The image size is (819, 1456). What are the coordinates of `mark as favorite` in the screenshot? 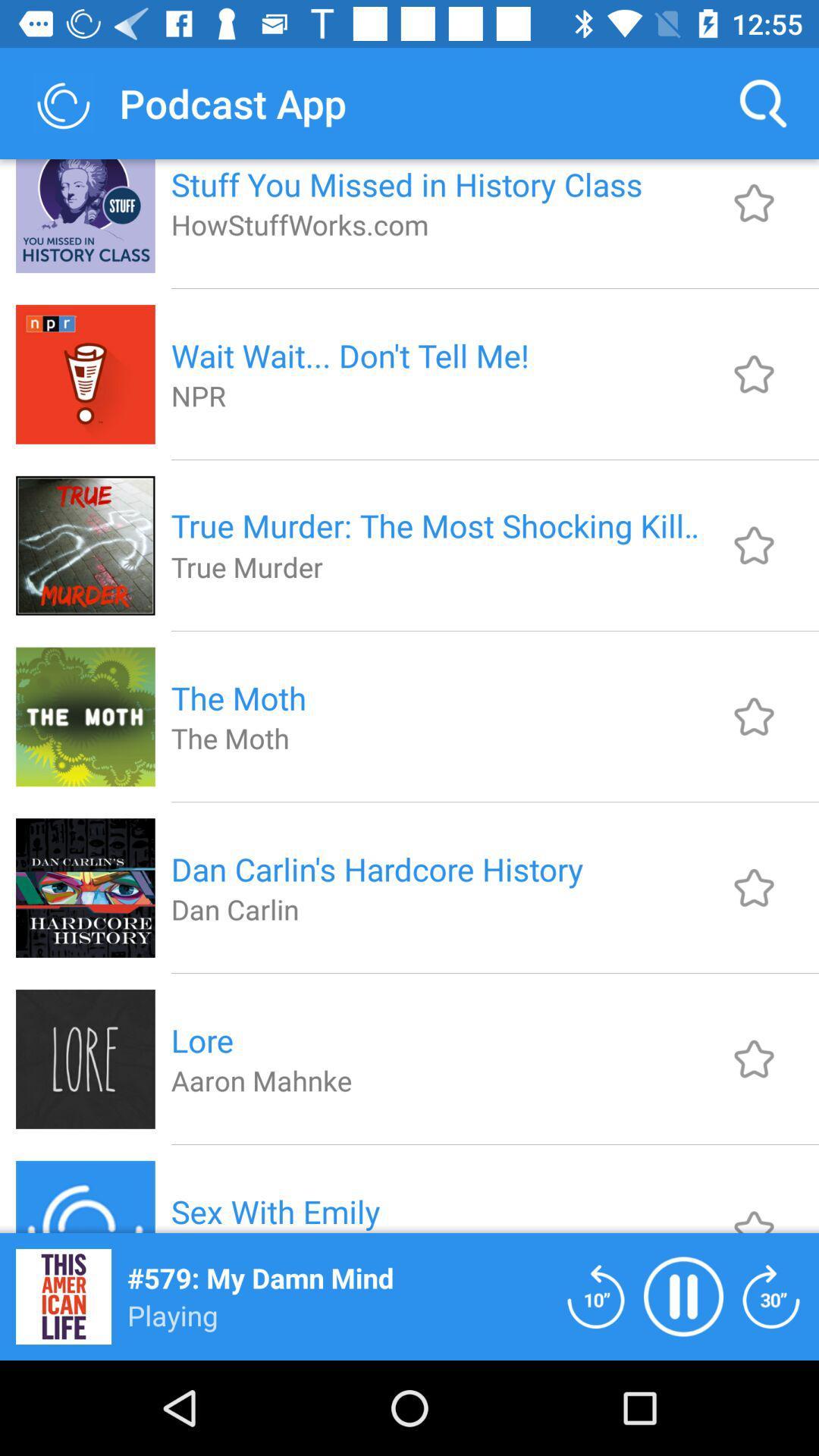 It's located at (754, 1208).